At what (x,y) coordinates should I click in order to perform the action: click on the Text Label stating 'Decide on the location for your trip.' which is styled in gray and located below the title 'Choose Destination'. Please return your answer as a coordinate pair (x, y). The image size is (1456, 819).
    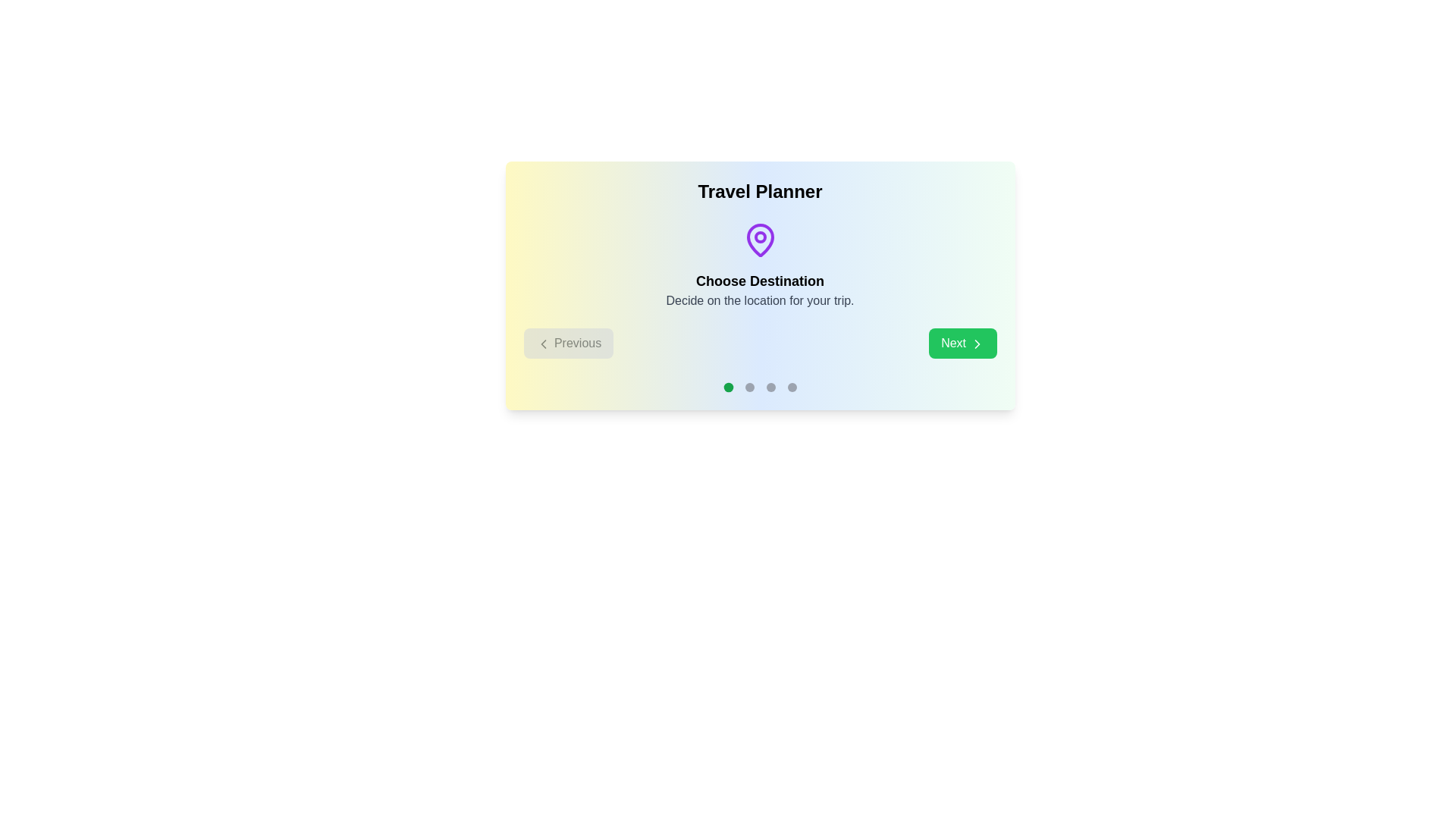
    Looking at the image, I should click on (760, 301).